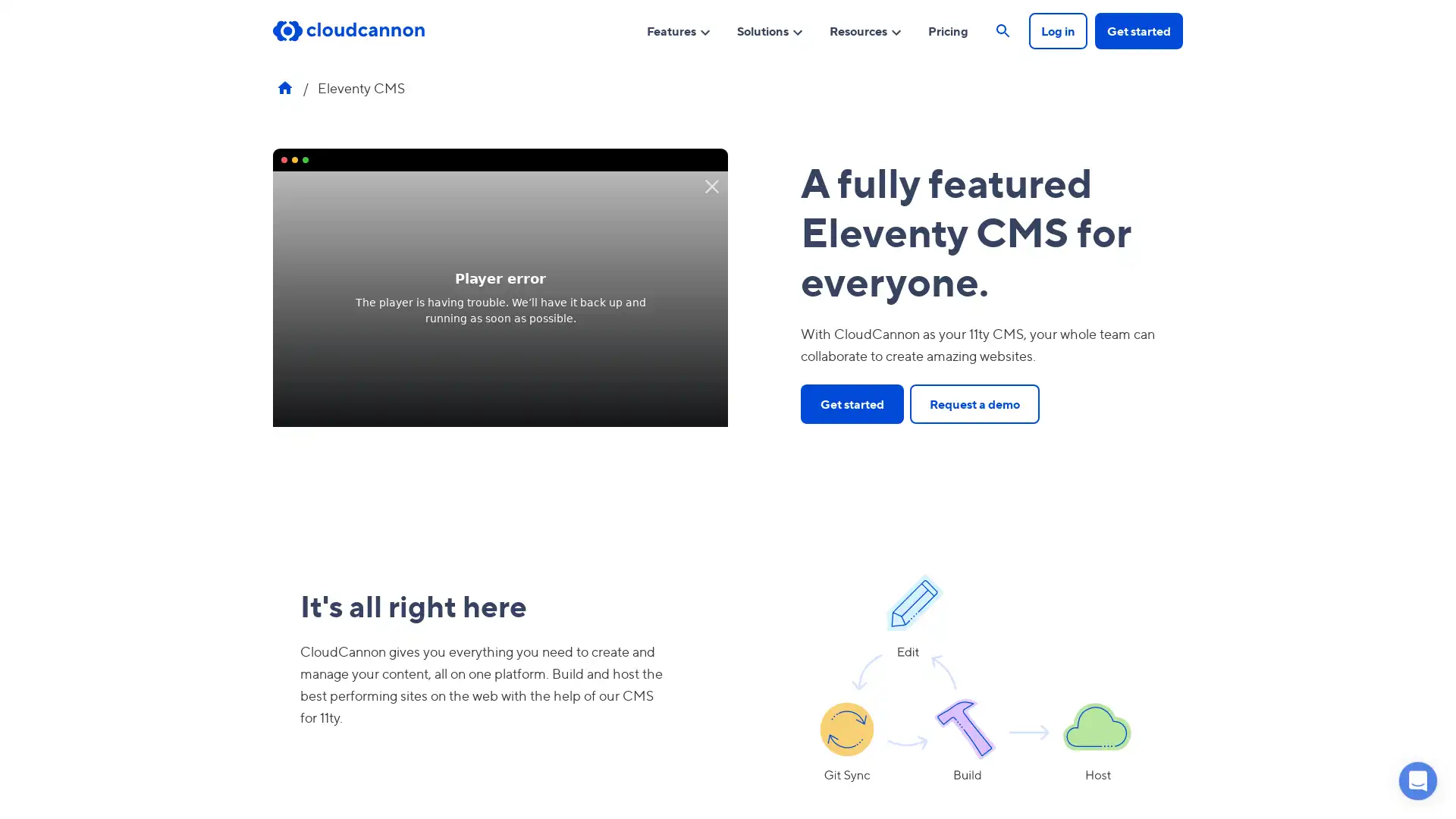 Image resolution: width=1456 pixels, height=819 pixels. What do you see at coordinates (866, 30) in the screenshot?
I see `Resources` at bounding box center [866, 30].